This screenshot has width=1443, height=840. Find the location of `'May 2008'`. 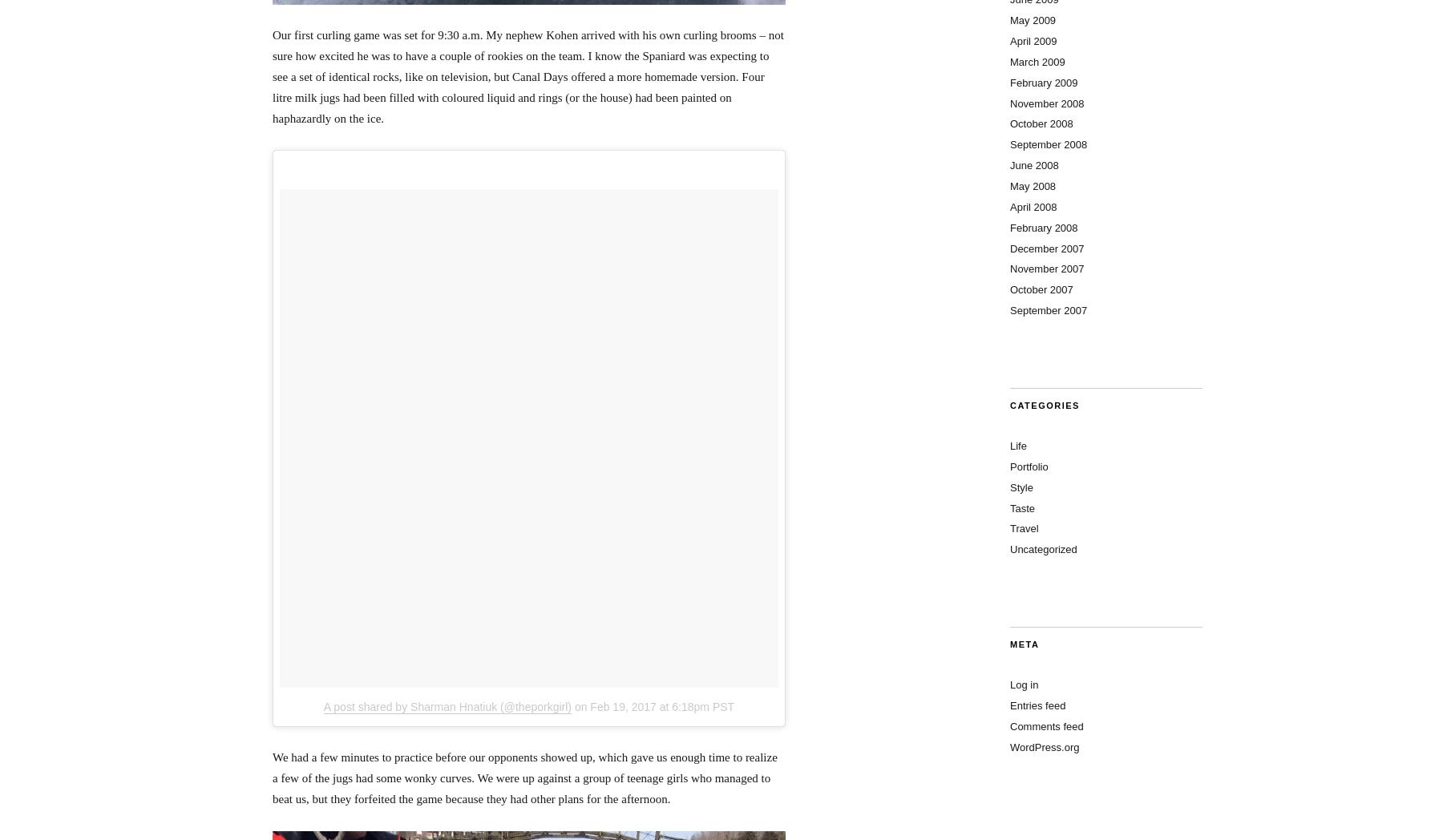

'May 2008' is located at coordinates (1033, 185).